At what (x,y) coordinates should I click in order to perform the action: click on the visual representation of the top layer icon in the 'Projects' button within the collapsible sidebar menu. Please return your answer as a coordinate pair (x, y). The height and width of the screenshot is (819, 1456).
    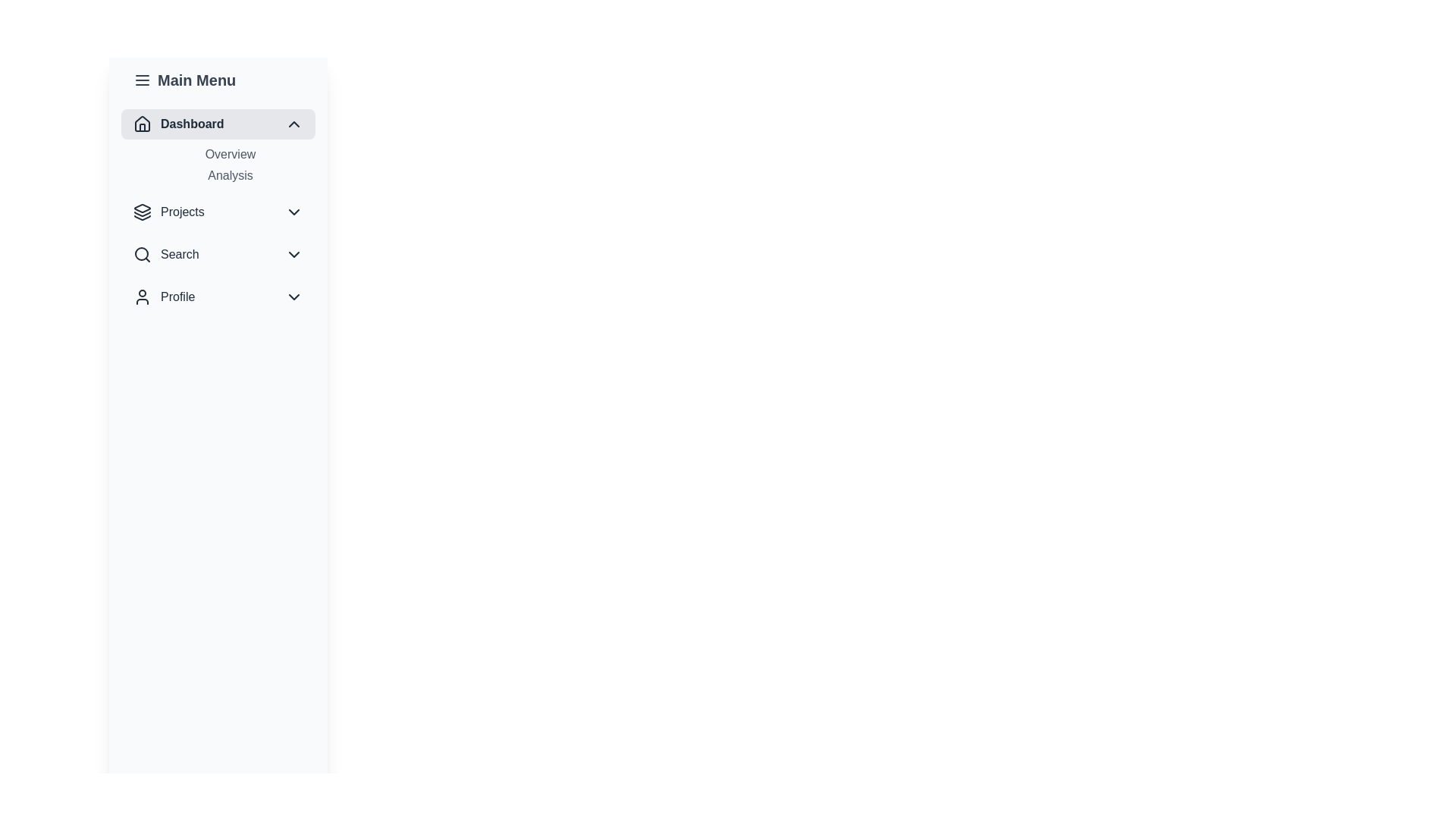
    Looking at the image, I should click on (142, 208).